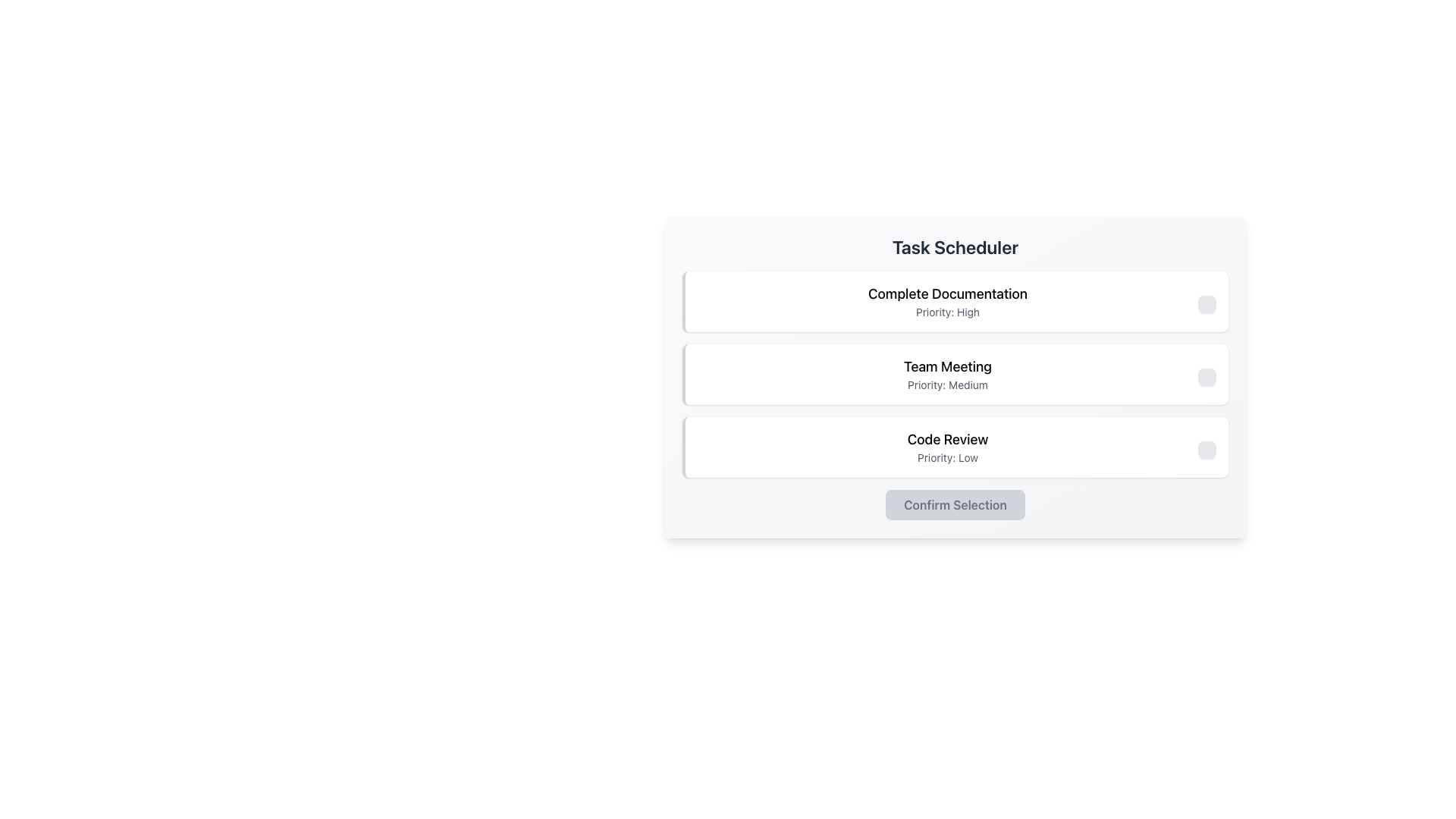 The image size is (1456, 819). Describe the element at coordinates (954, 374) in the screenshot. I see `the 'Team Meeting' task card, which is the second card in the vertical grid layout, positioned between 'Complete Documentation' and 'Code Review'` at that location.